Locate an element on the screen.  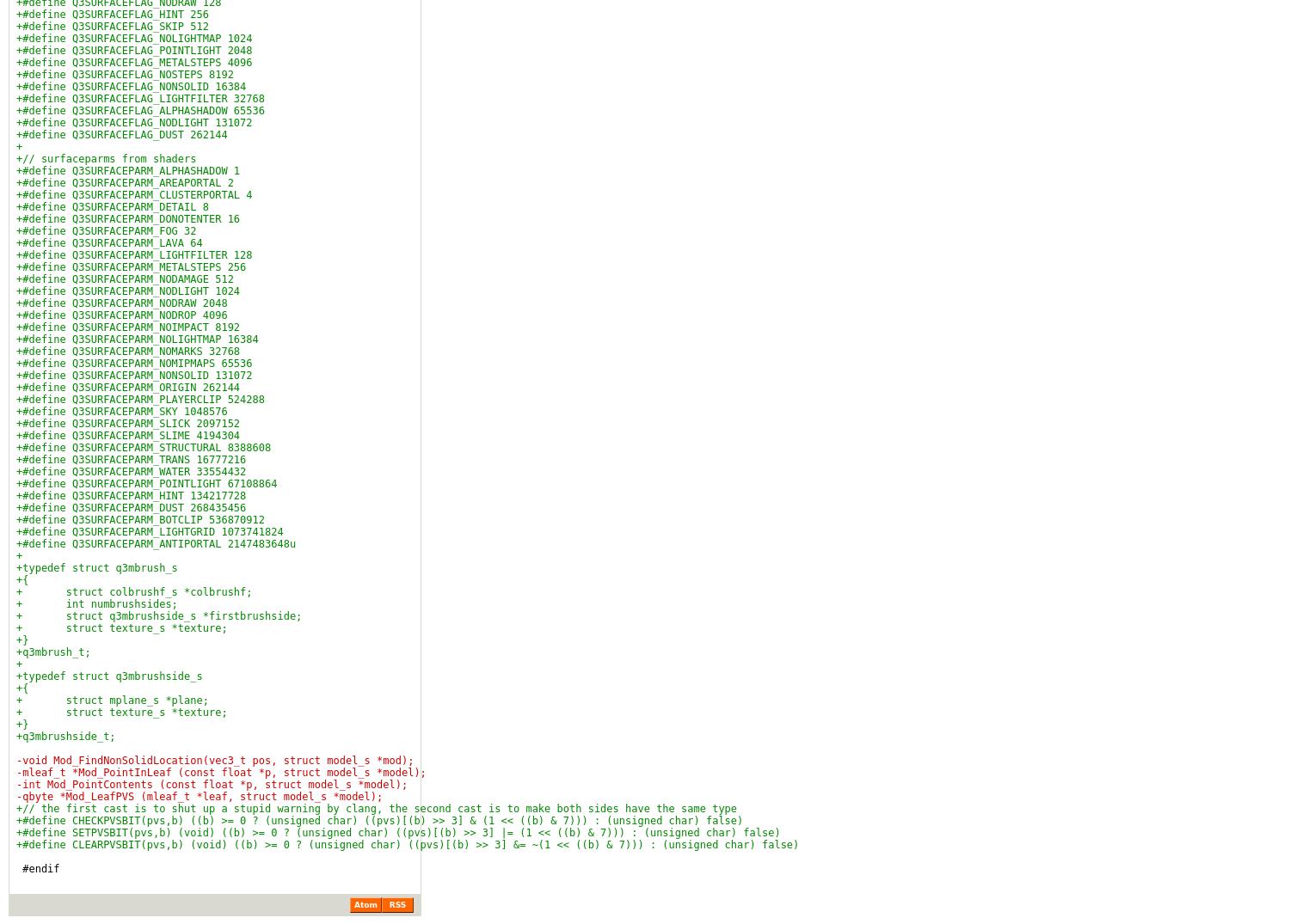
'+#define Q3SURFACEPARM_WATER 33554432' is located at coordinates (131, 472).